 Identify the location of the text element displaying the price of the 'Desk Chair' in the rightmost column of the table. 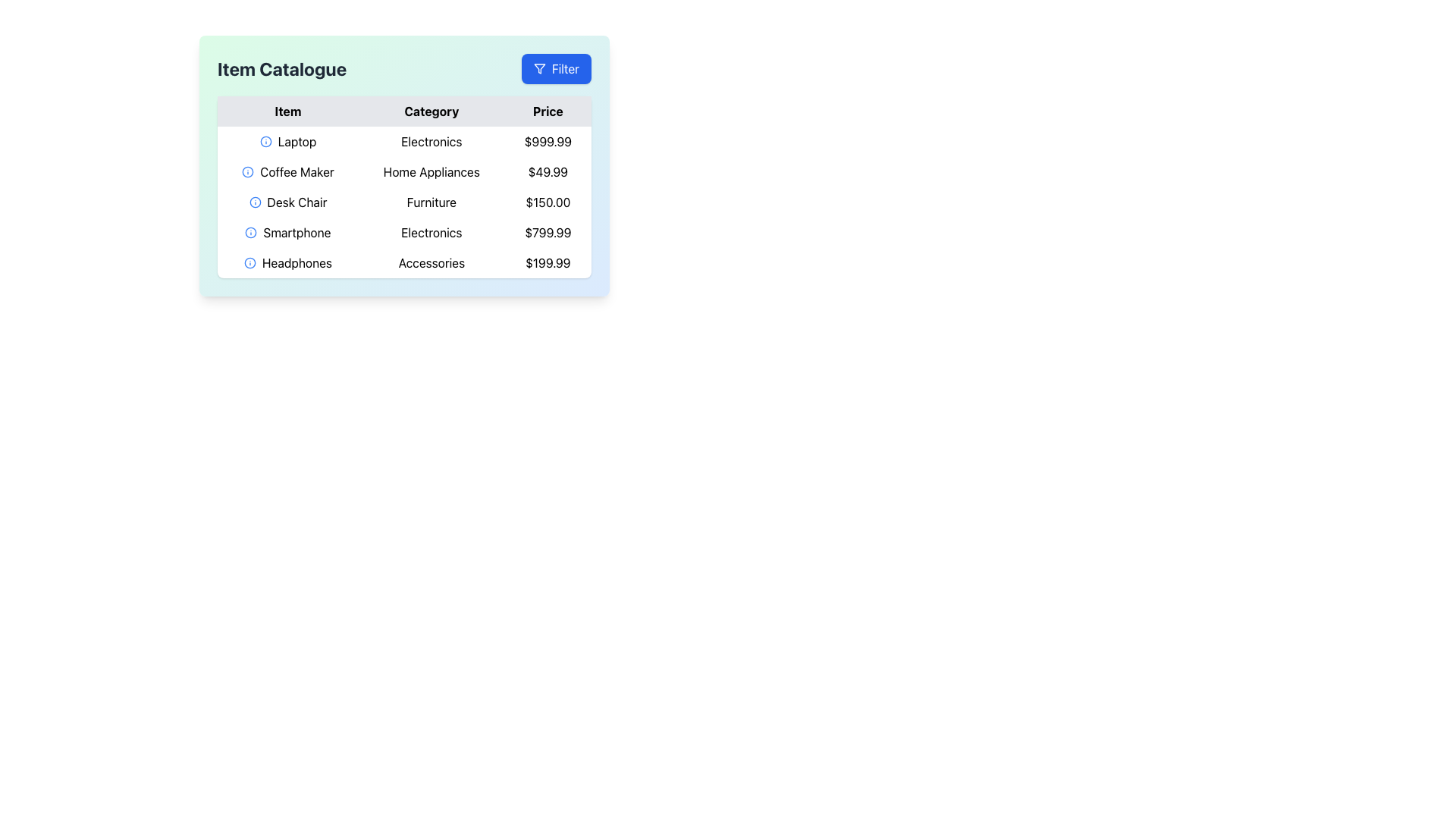
(547, 201).